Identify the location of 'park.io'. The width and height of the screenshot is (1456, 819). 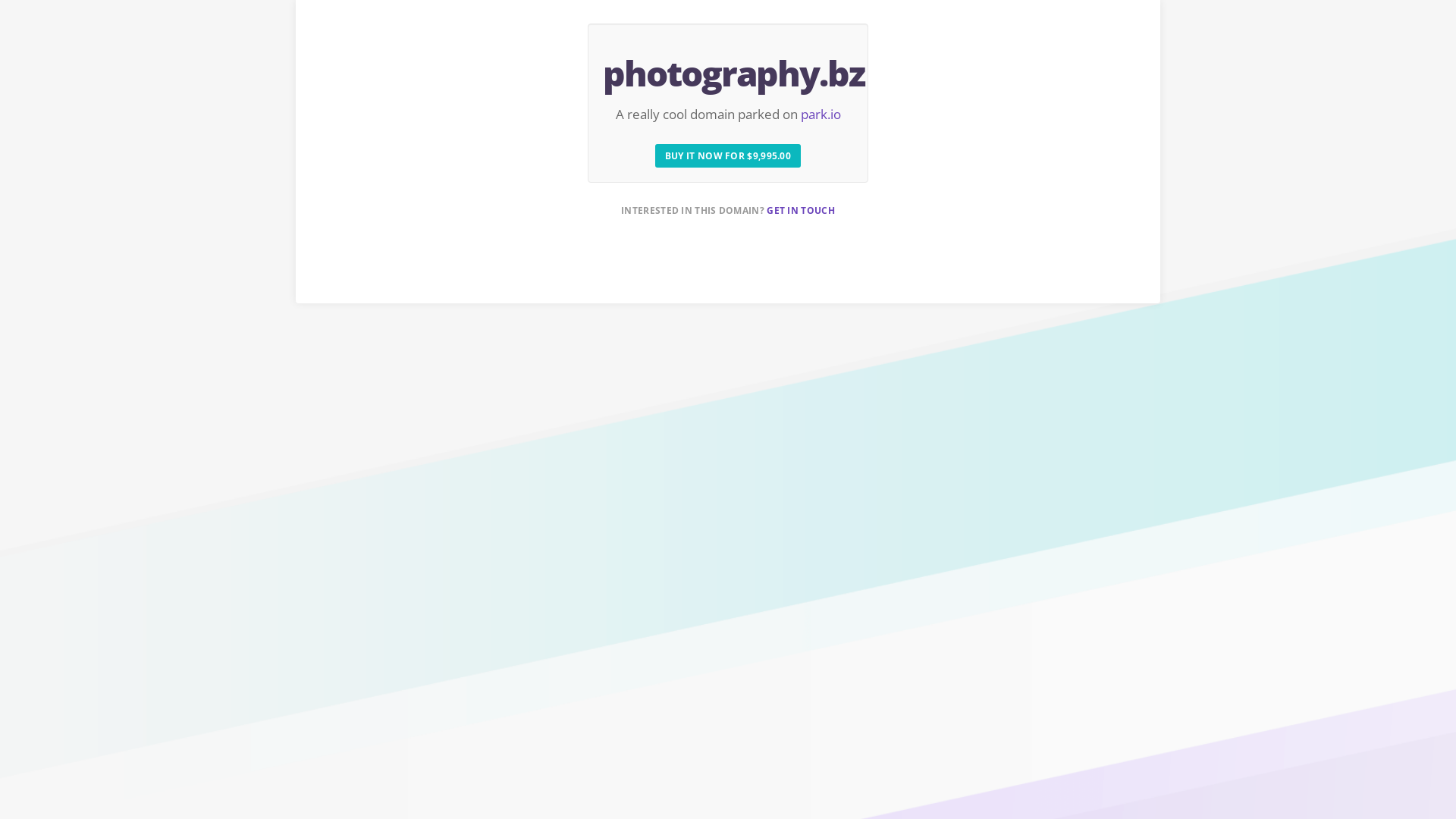
(800, 113).